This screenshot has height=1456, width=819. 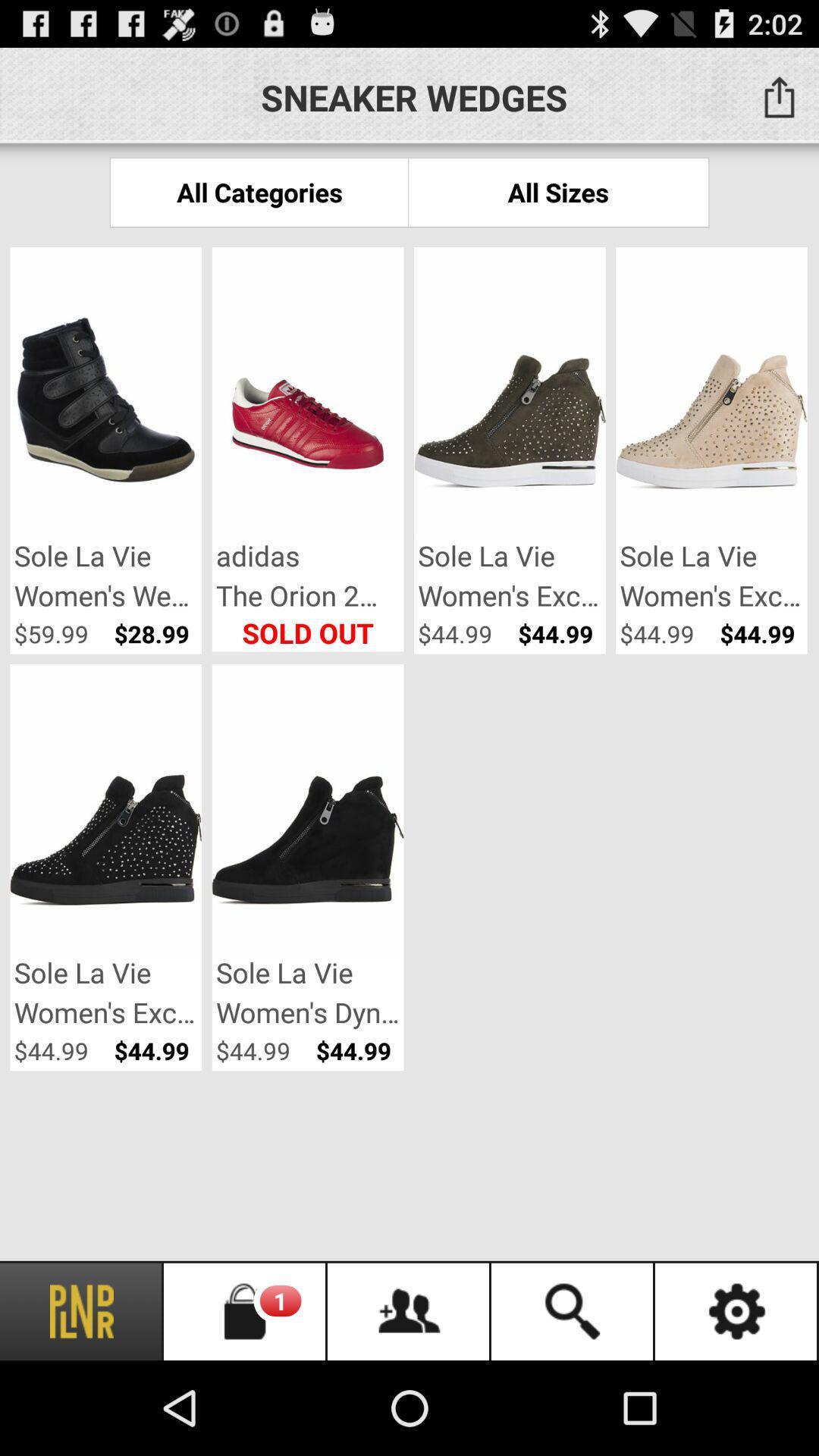 What do you see at coordinates (259, 191) in the screenshot?
I see `the app next to the all sizes item` at bounding box center [259, 191].